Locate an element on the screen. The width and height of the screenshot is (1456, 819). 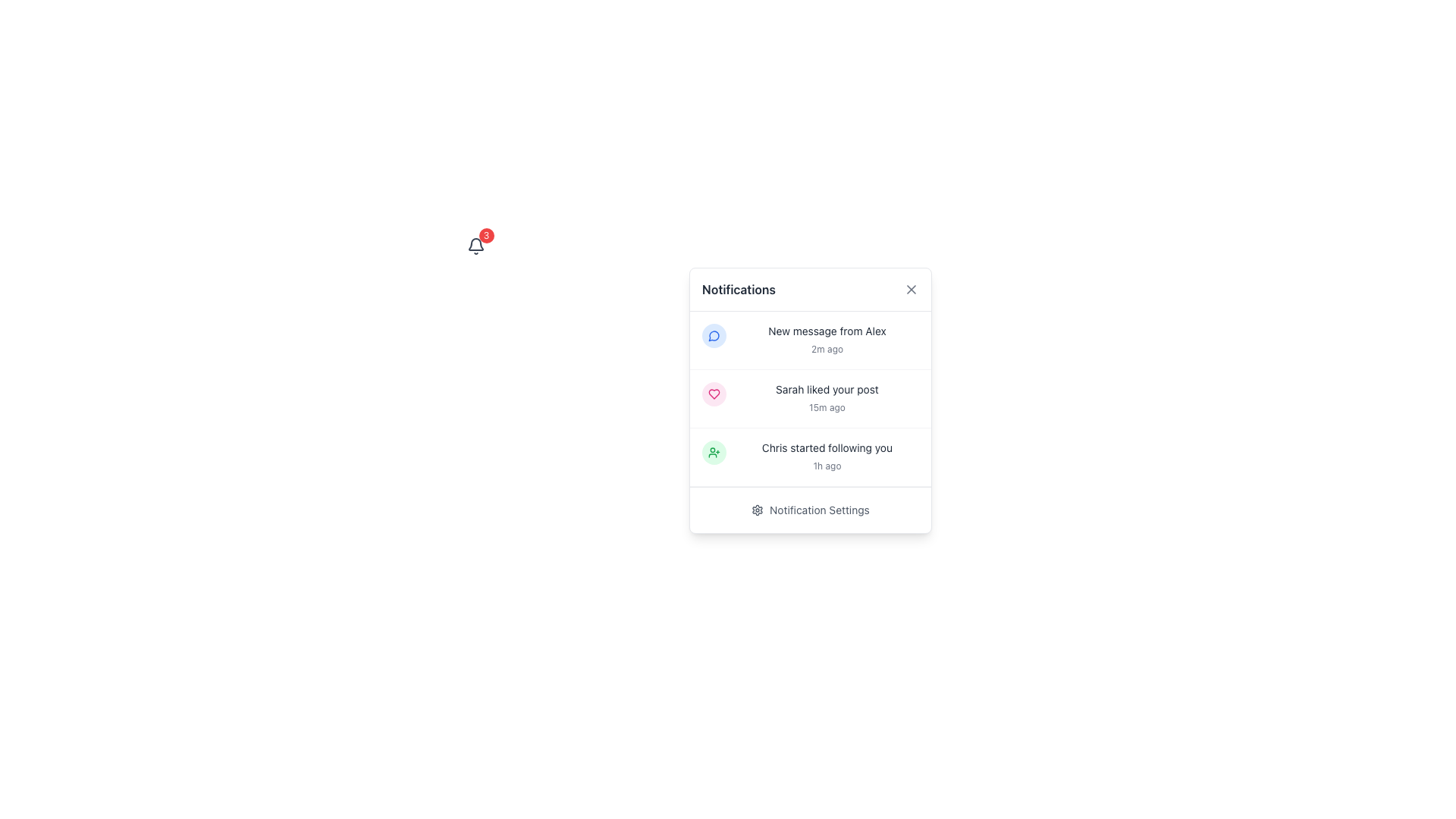
the notification toggle button located at the top of the notification dropdown area is located at coordinates (475, 245).